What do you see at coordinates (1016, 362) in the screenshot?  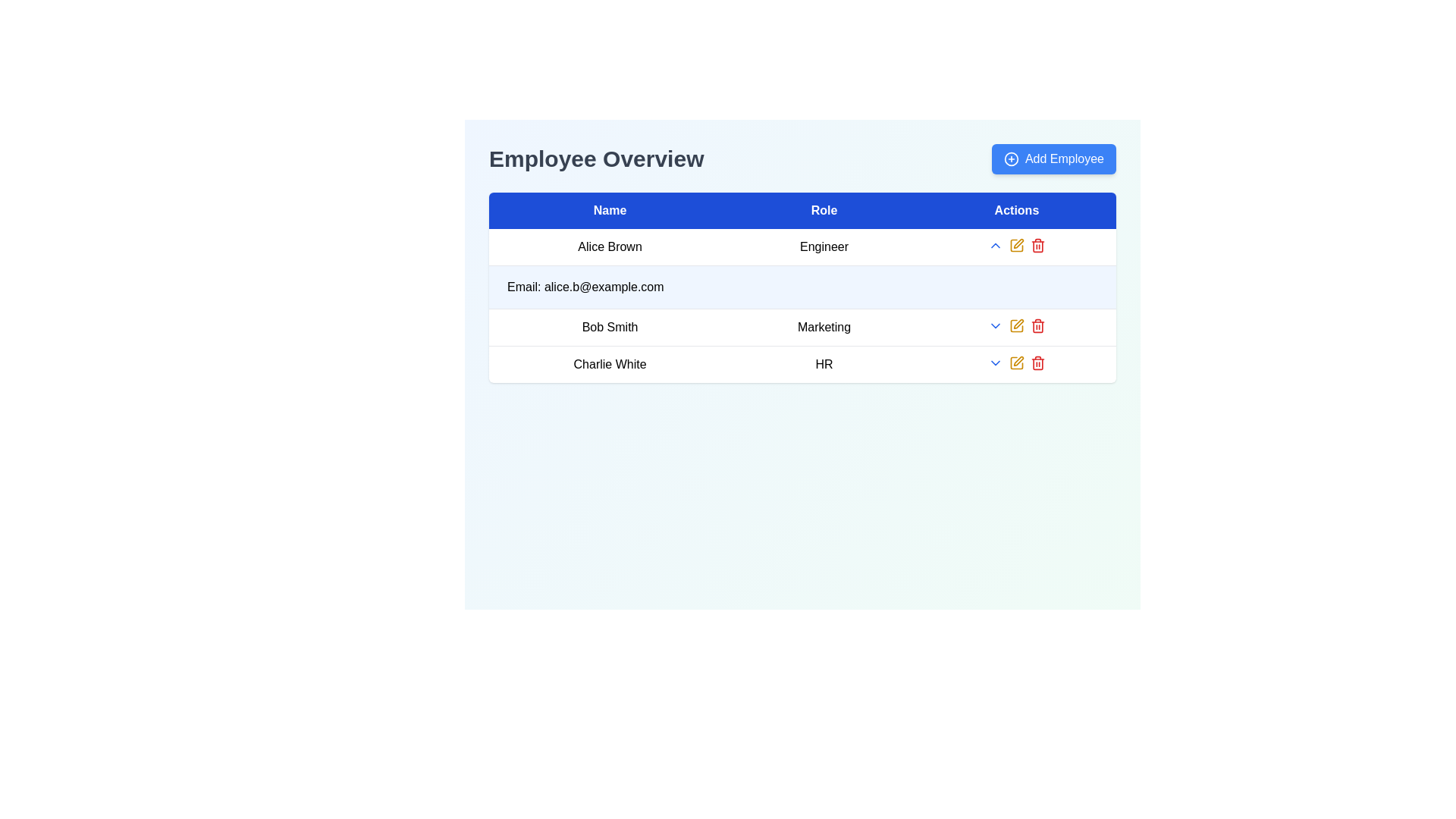 I see `the edit button in the Actions column of the second row of the data table` at bounding box center [1016, 362].